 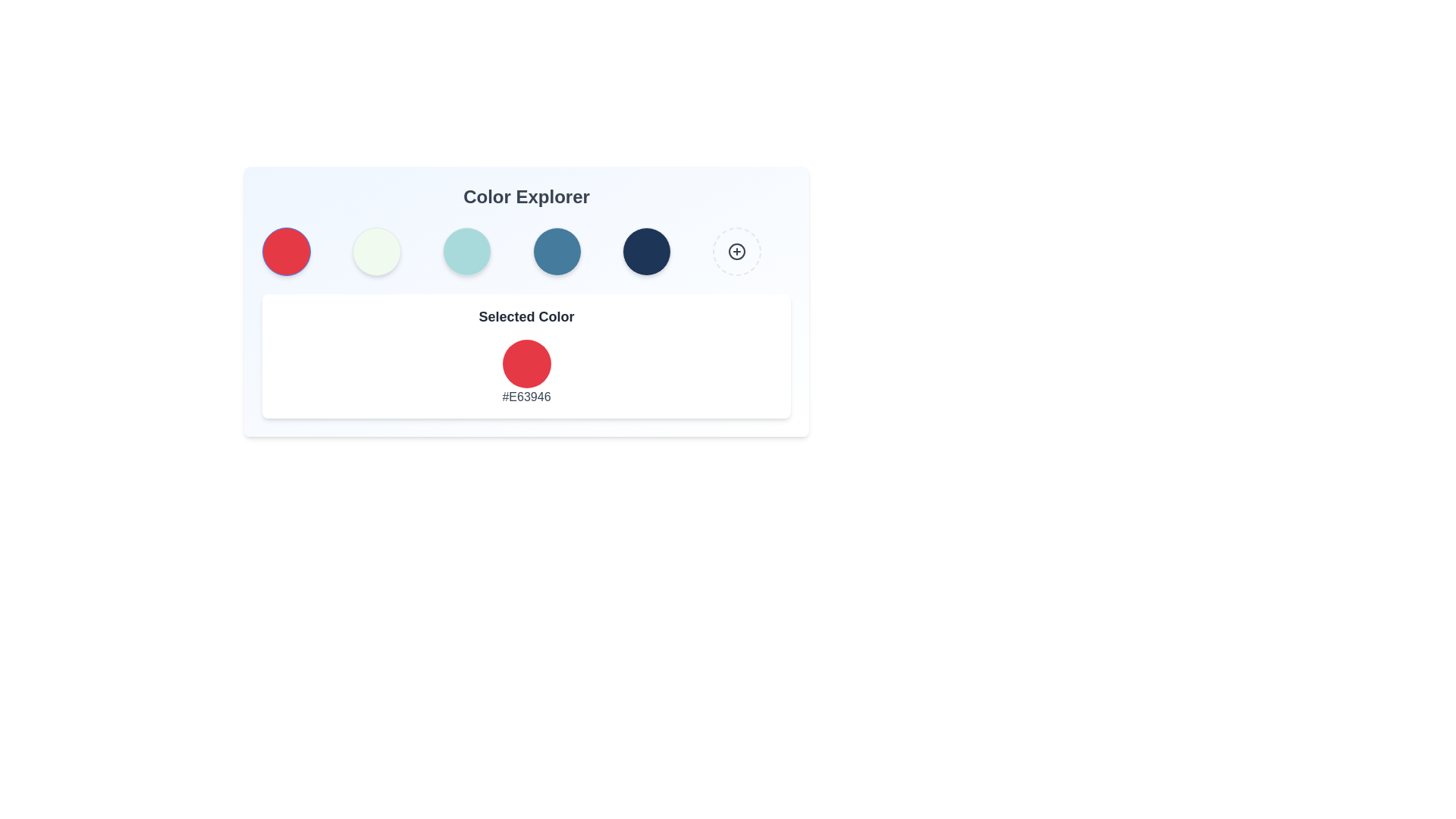 I want to click on the button located in the top-right corner of the horizontal grid of six circular elements, so click(x=737, y=250).